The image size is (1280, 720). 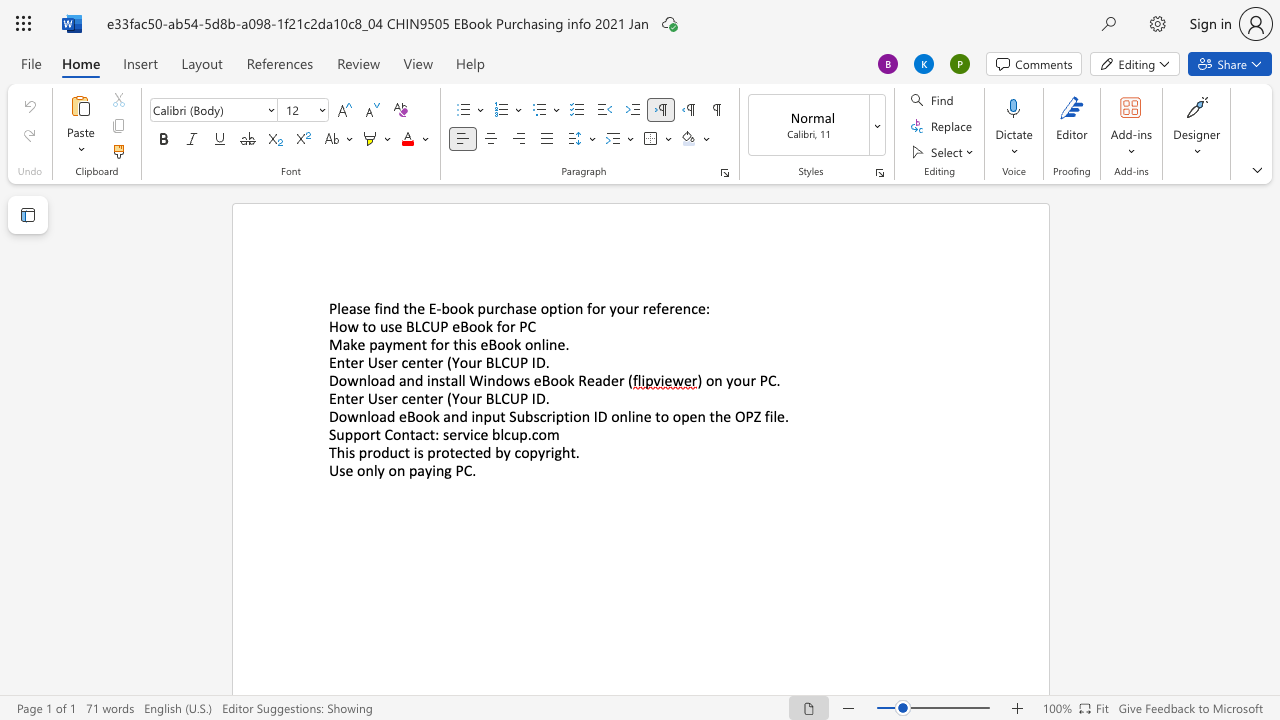 I want to click on the subset text "center (Your BLCUP ID" within the text "Enter User center (Your BLCUP ID", so click(x=400, y=362).